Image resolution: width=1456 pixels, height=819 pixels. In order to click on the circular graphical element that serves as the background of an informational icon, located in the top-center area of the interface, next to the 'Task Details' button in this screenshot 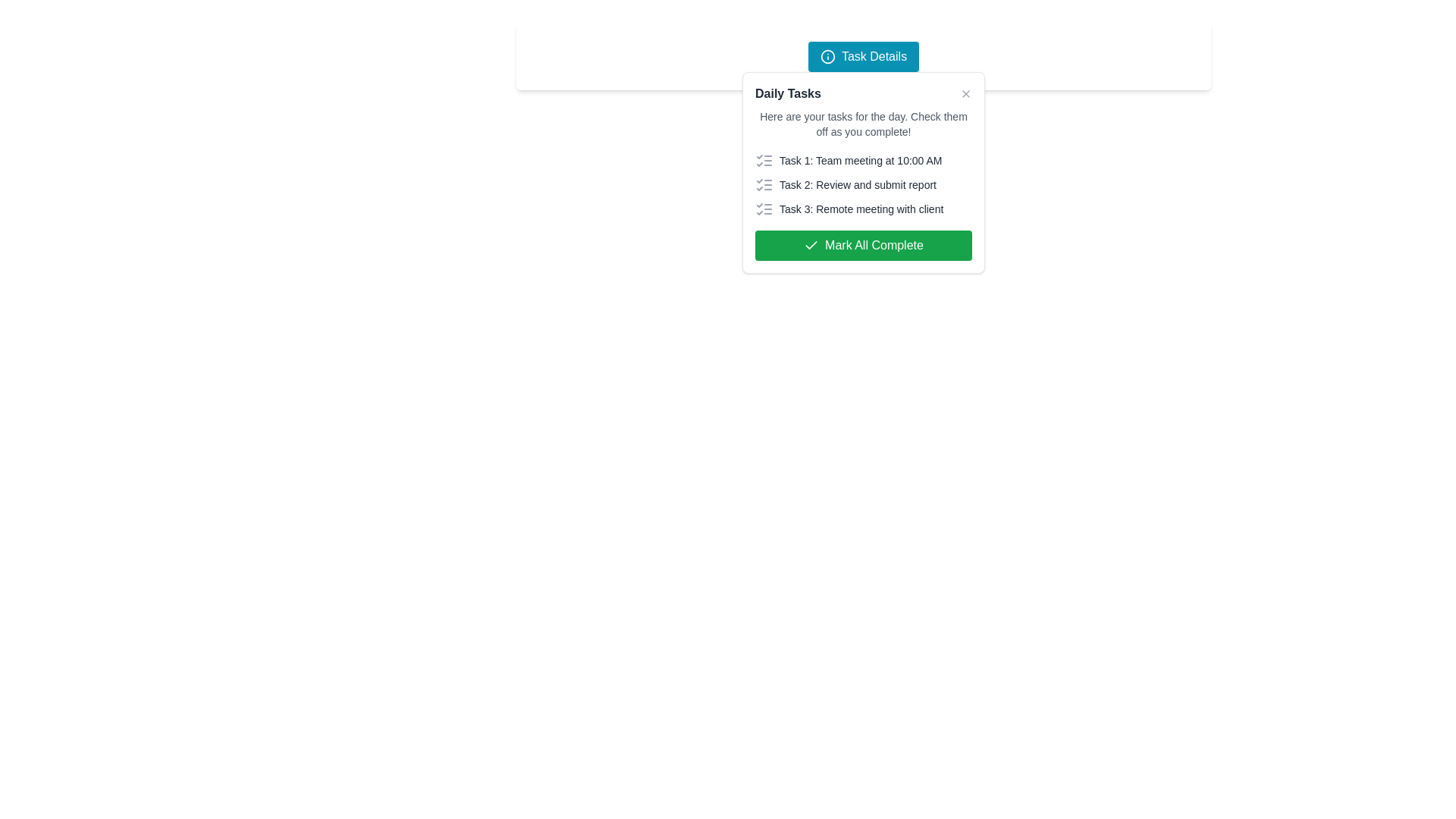, I will do `click(827, 55)`.